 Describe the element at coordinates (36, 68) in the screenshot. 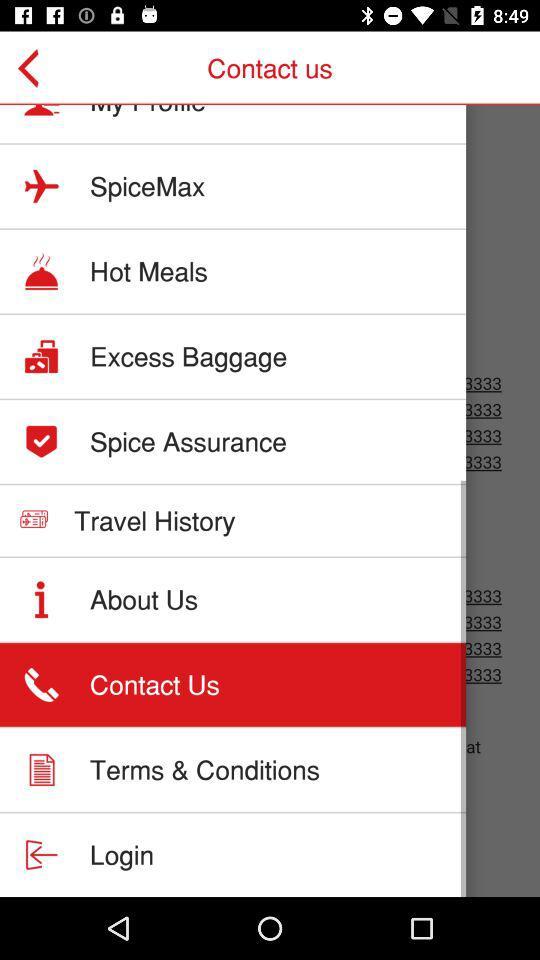

I see `item to the left of my profile` at that location.